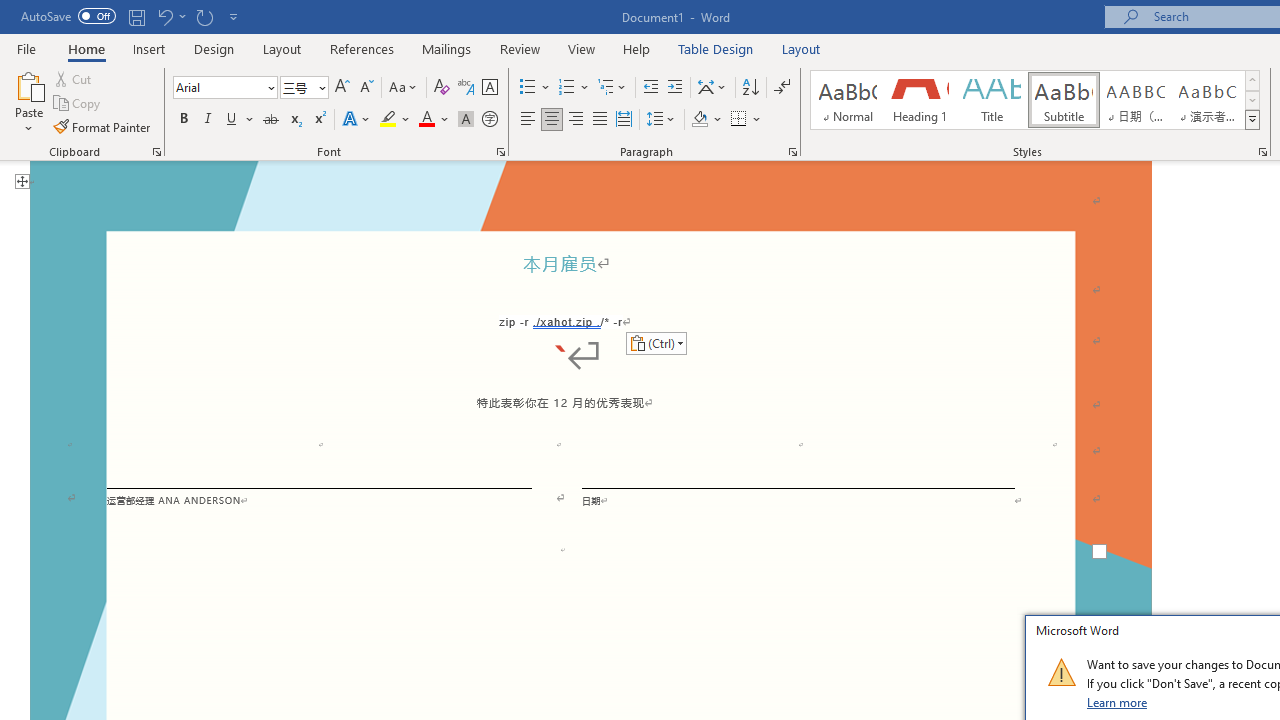 Image resolution: width=1280 pixels, height=720 pixels. Describe the element at coordinates (366, 86) in the screenshot. I see `'Shrink Font'` at that location.